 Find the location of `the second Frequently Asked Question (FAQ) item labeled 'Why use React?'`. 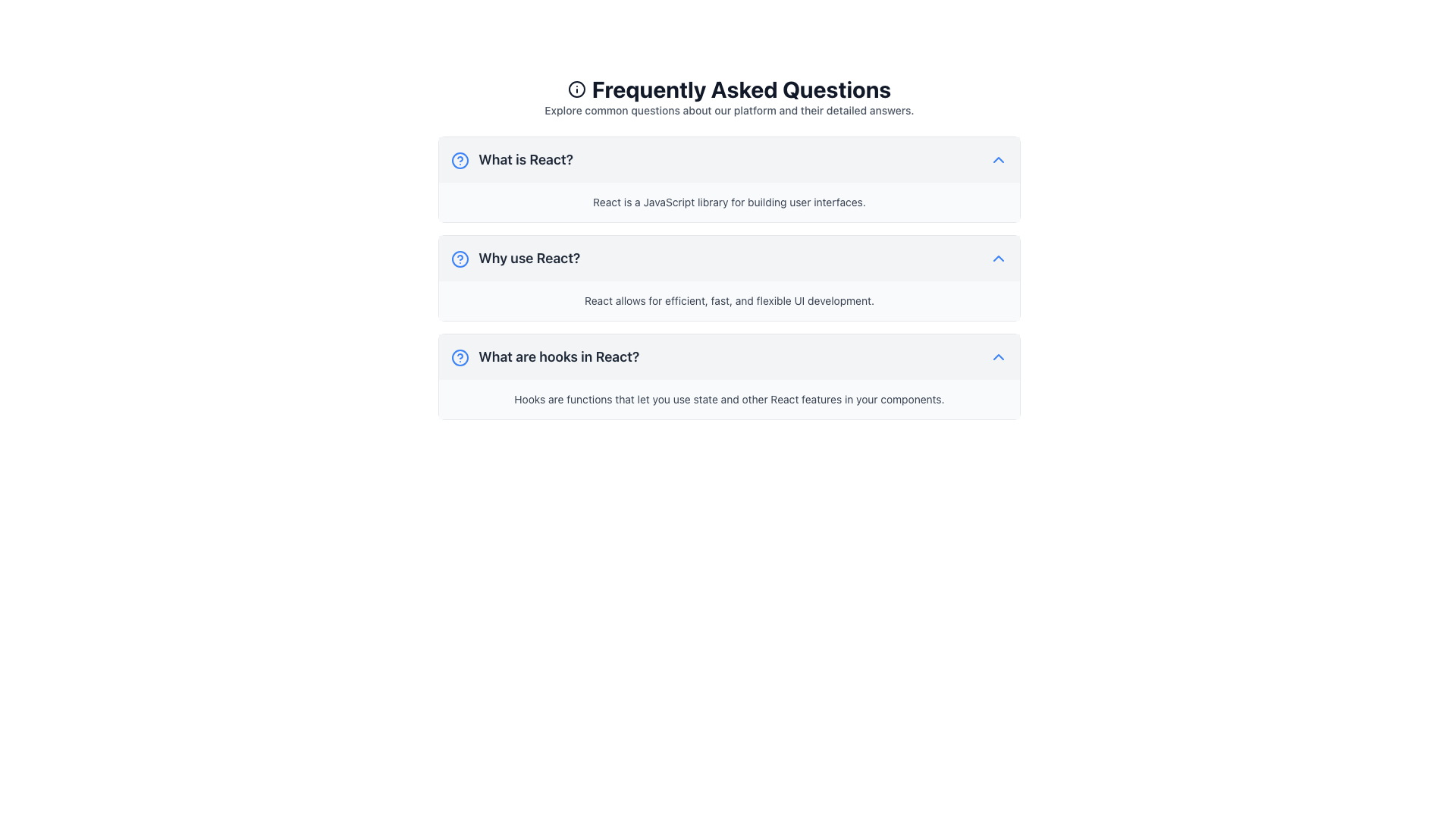

the second Frequently Asked Question (FAQ) item labeled 'Why use React?' is located at coordinates (729, 253).